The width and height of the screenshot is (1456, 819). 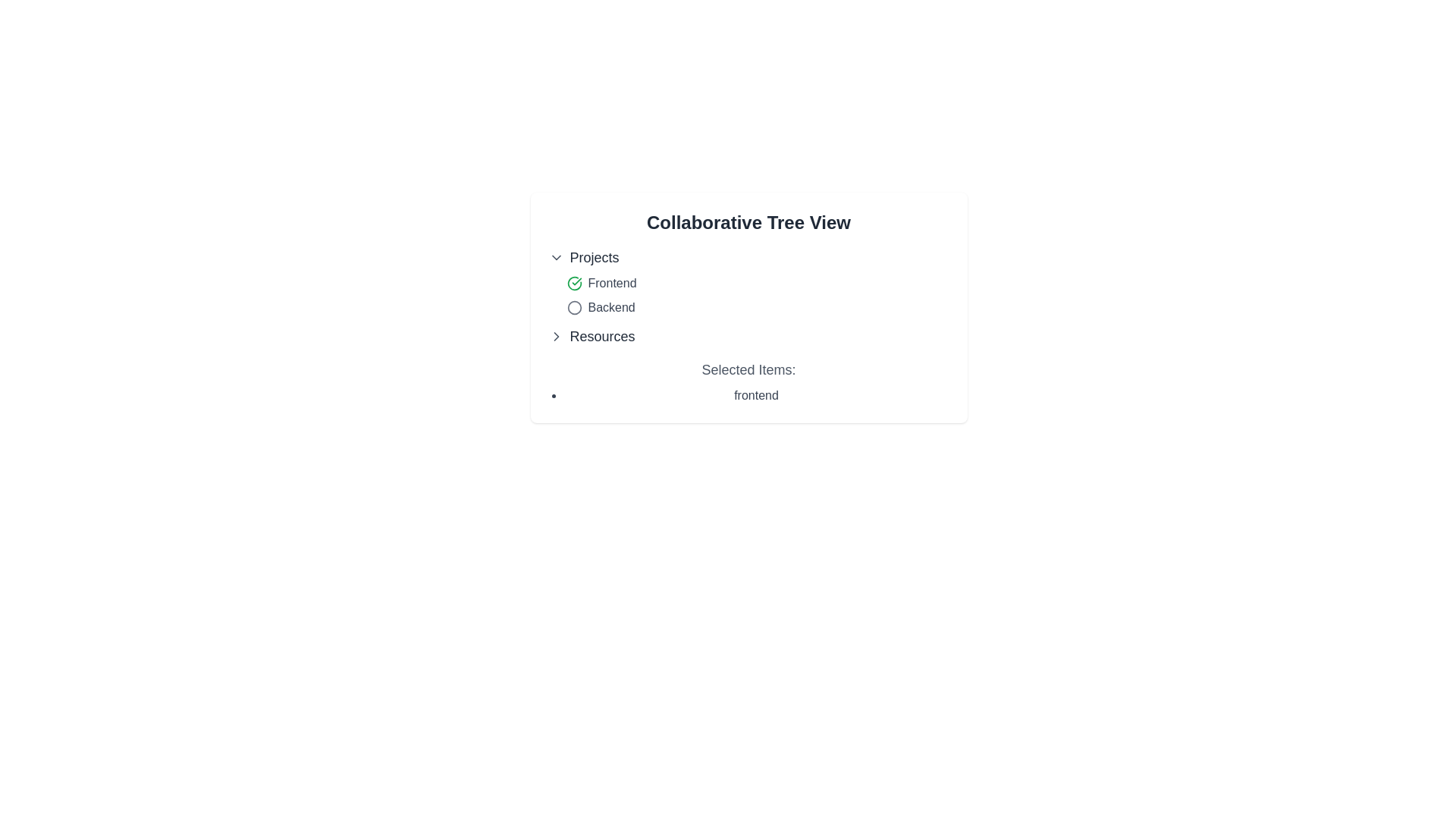 I want to click on the right-pointing chevron arrow icon next to the 'Resources' label in the sidebar tree view, indicating that the entry can be expanded, so click(x=555, y=335).